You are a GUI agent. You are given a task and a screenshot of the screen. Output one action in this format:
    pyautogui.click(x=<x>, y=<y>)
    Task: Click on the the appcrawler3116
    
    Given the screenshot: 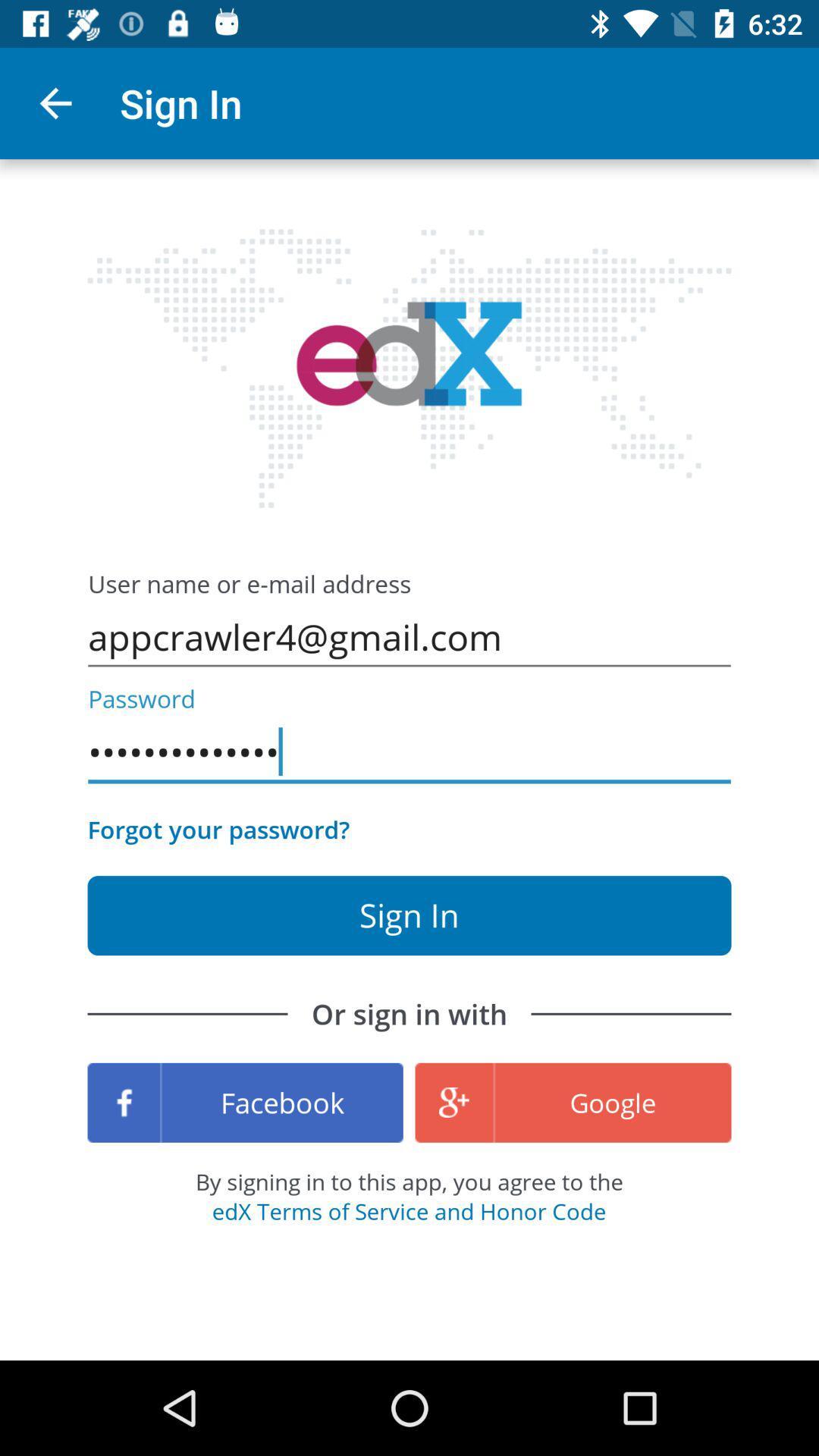 What is the action you would take?
    pyautogui.click(x=409, y=752)
    